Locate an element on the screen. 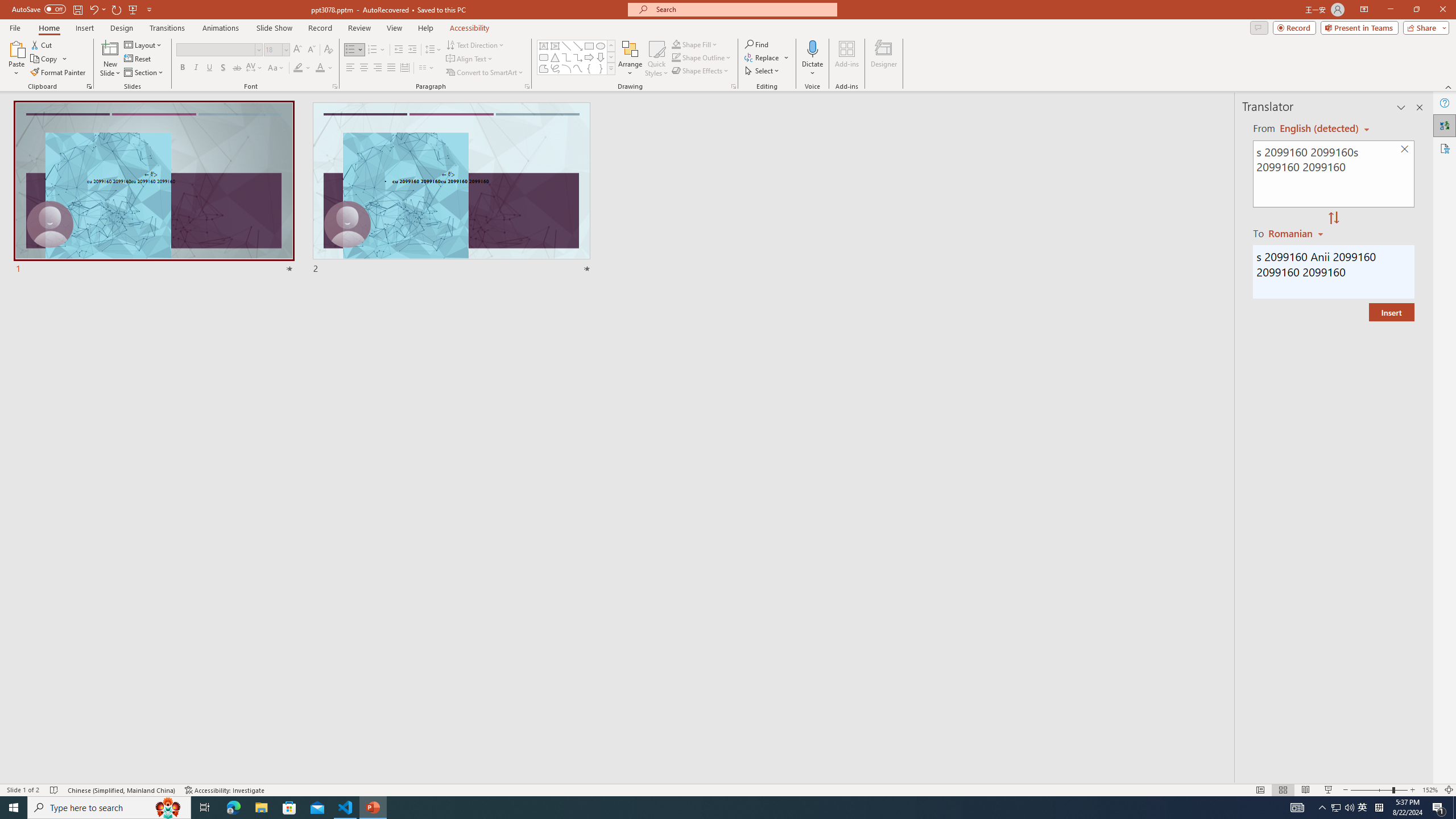 This screenshot has width=1456, height=819. 'Czech (detected)' is located at coordinates (1319, 128).